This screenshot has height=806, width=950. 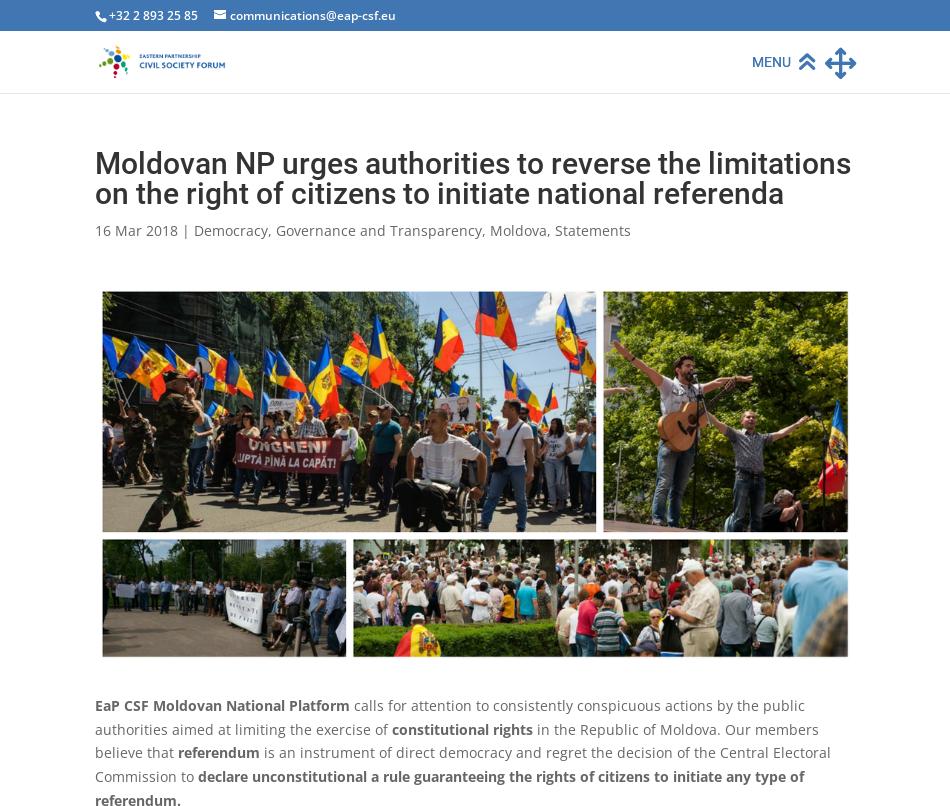 I want to click on '+32 2 893 25 85', so click(x=153, y=15).